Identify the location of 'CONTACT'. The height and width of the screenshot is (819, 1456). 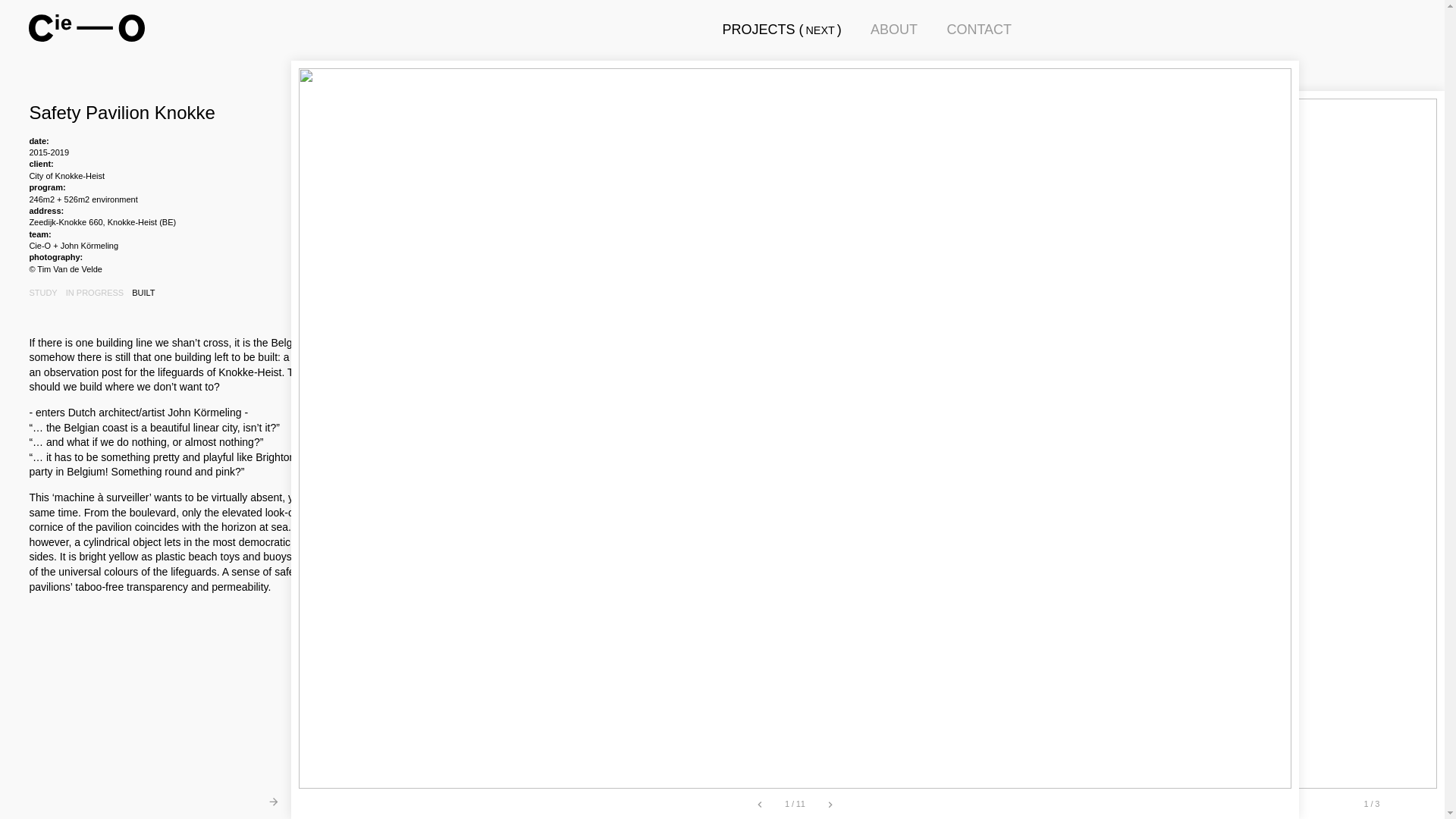
(979, 29).